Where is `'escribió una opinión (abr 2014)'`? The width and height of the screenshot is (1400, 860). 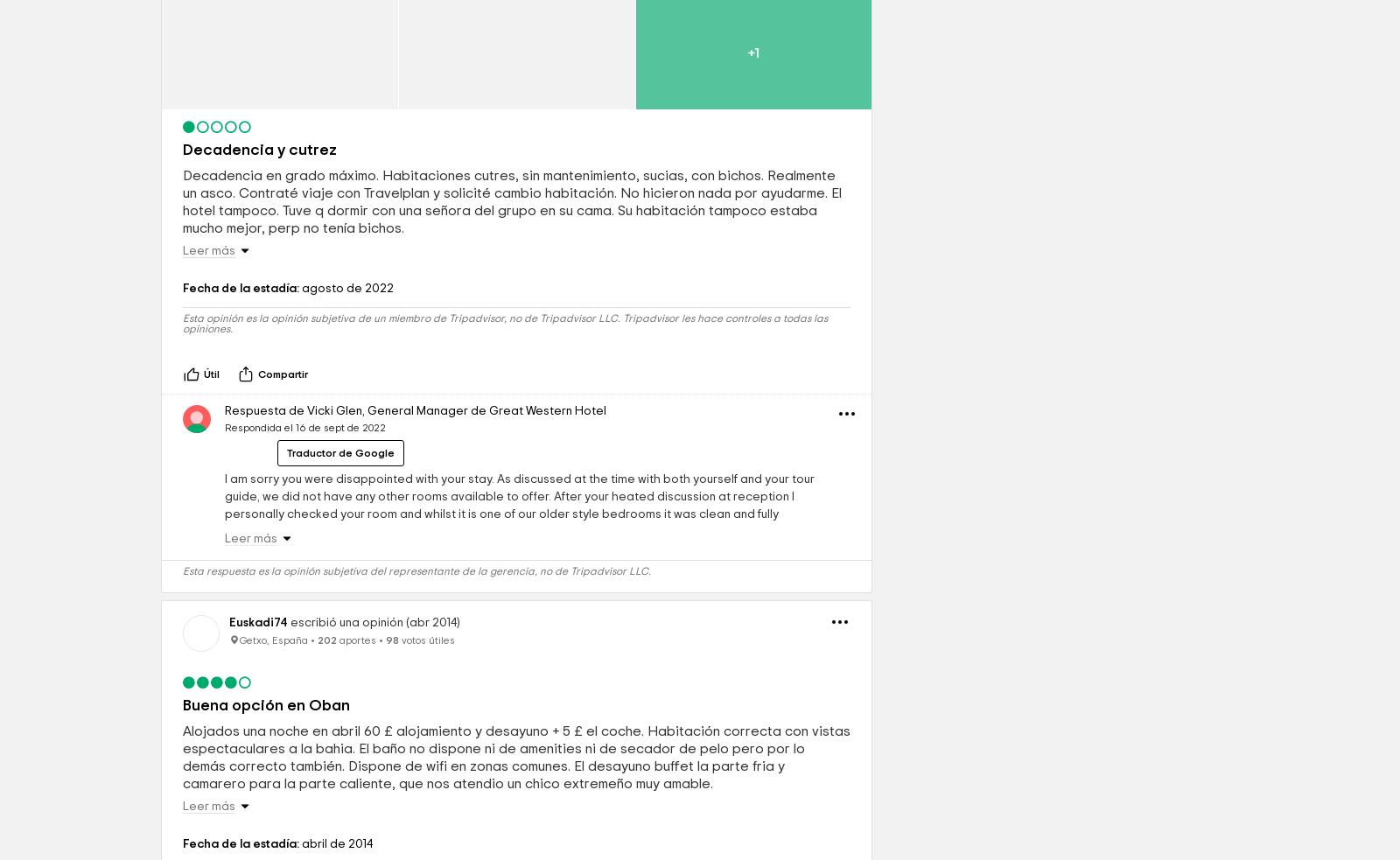 'escribió una opinión (abr 2014)' is located at coordinates (287, 744).